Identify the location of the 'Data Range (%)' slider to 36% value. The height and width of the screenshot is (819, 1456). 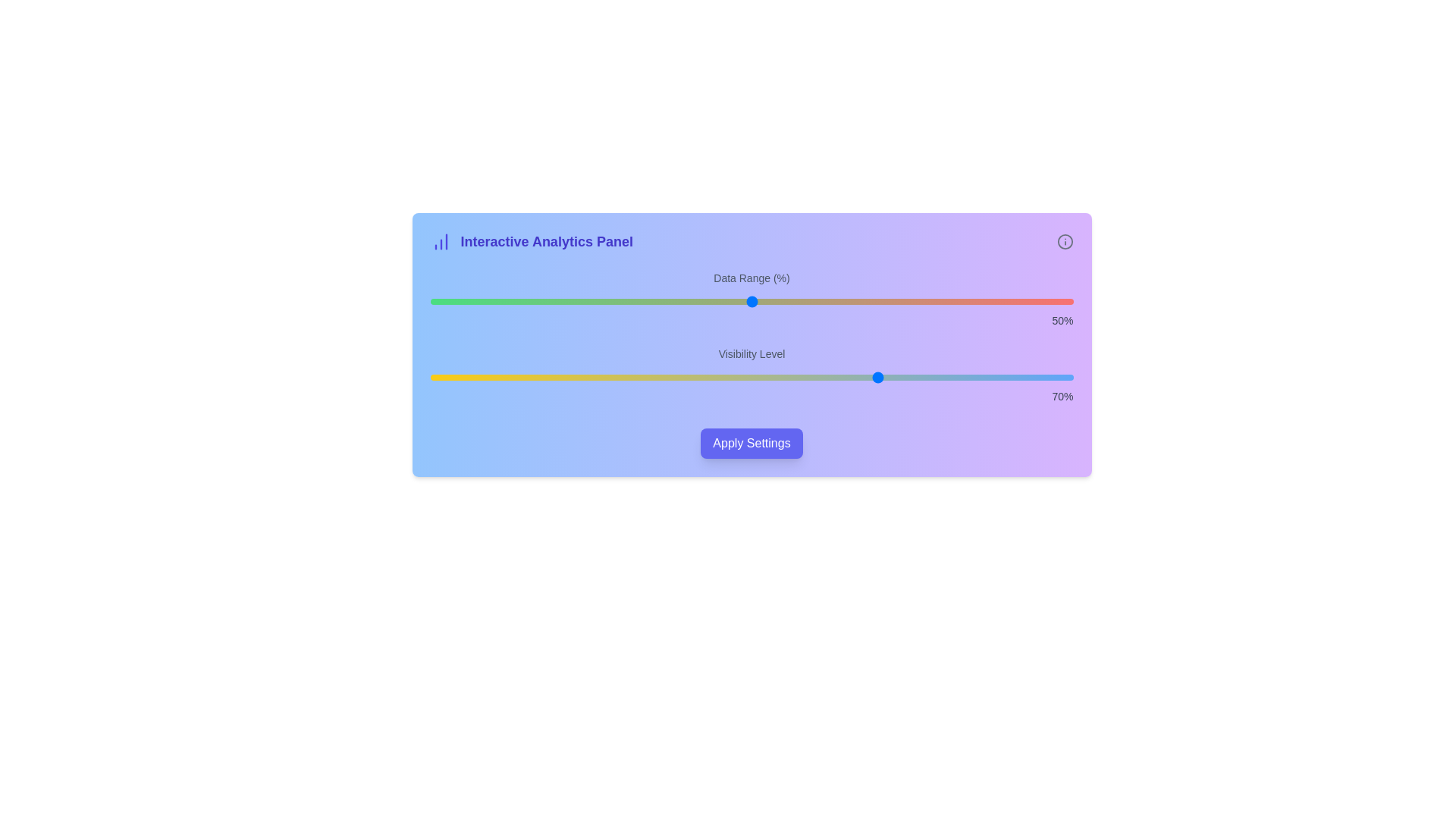
(661, 301).